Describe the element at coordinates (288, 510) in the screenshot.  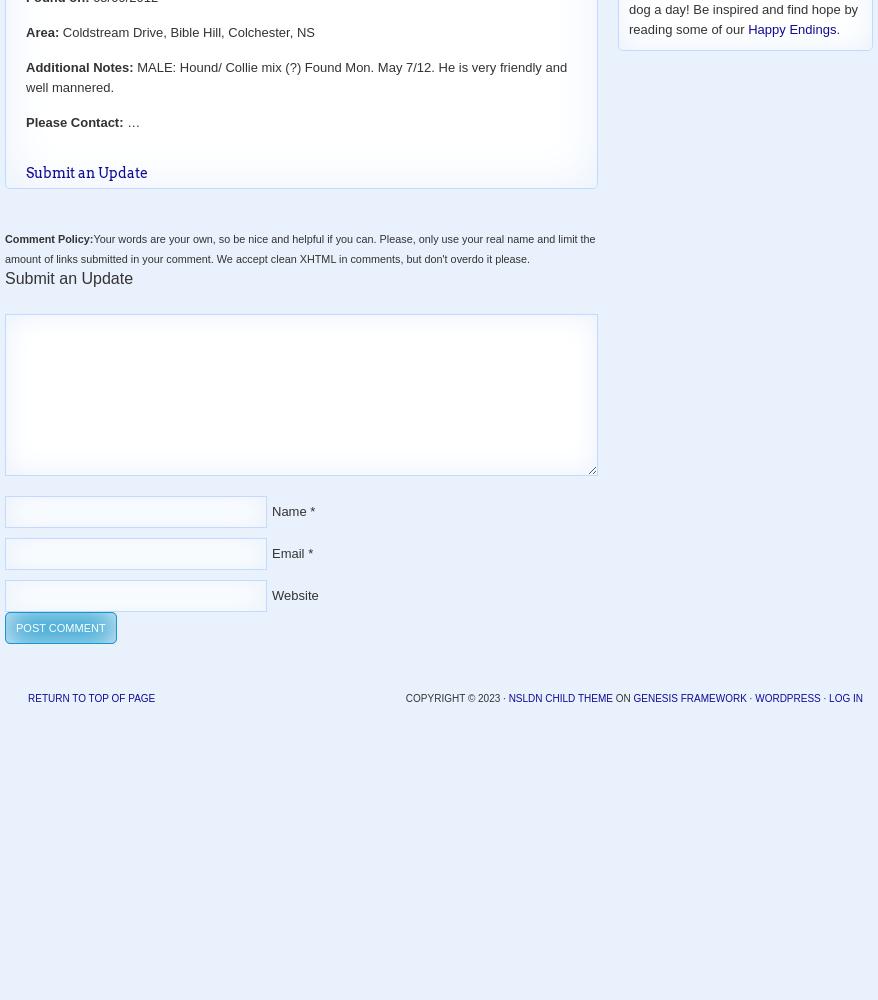
I see `'Name'` at that location.